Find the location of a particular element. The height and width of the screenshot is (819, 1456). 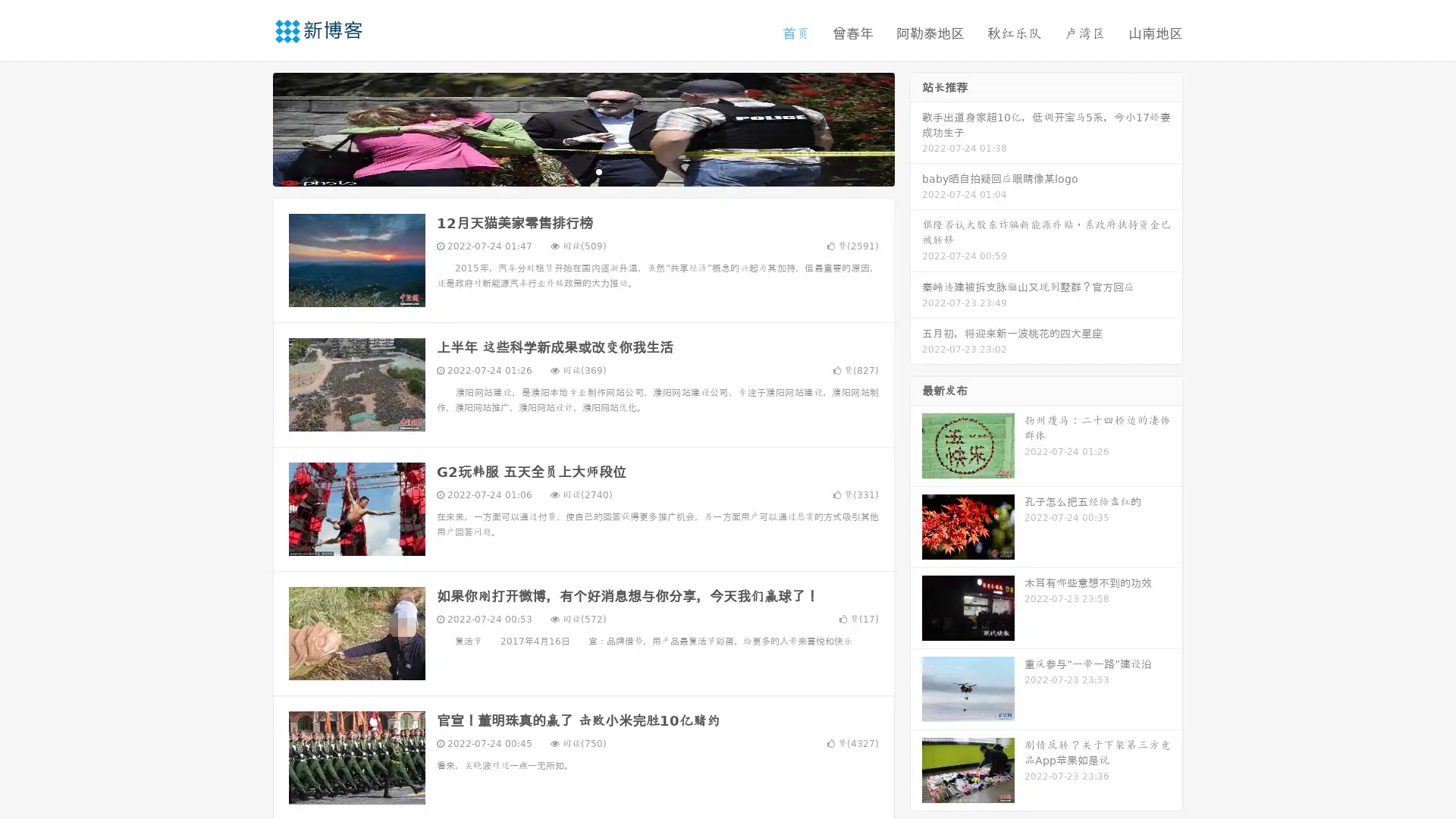

Go to slide 2 is located at coordinates (582, 171).